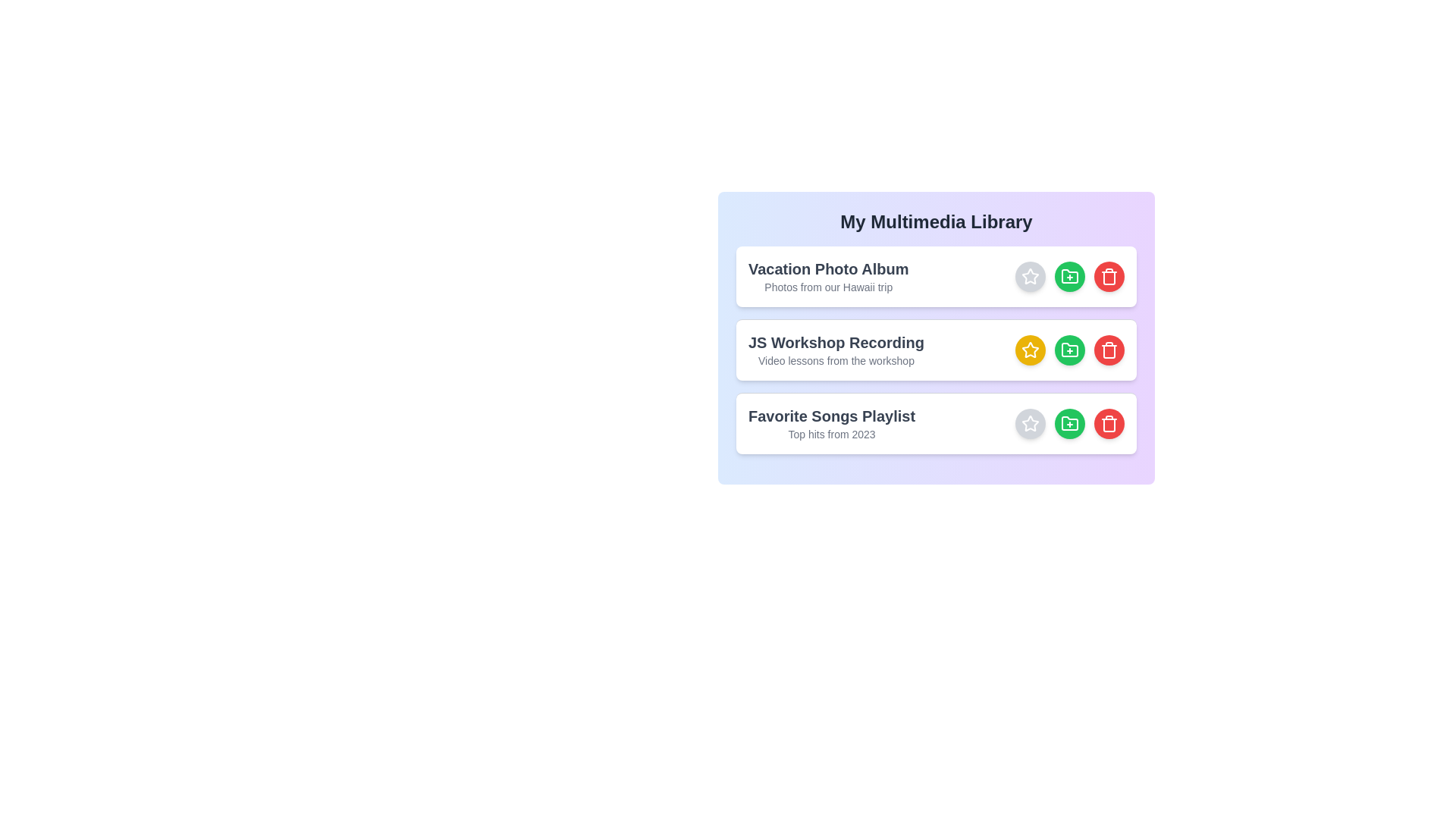 The width and height of the screenshot is (1456, 819). Describe the element at coordinates (1069, 350) in the screenshot. I see `the green circular button with a folder icon and a plus sign located to the right of the 'JS Workshop Recording' label in the multimedia library interface` at that location.